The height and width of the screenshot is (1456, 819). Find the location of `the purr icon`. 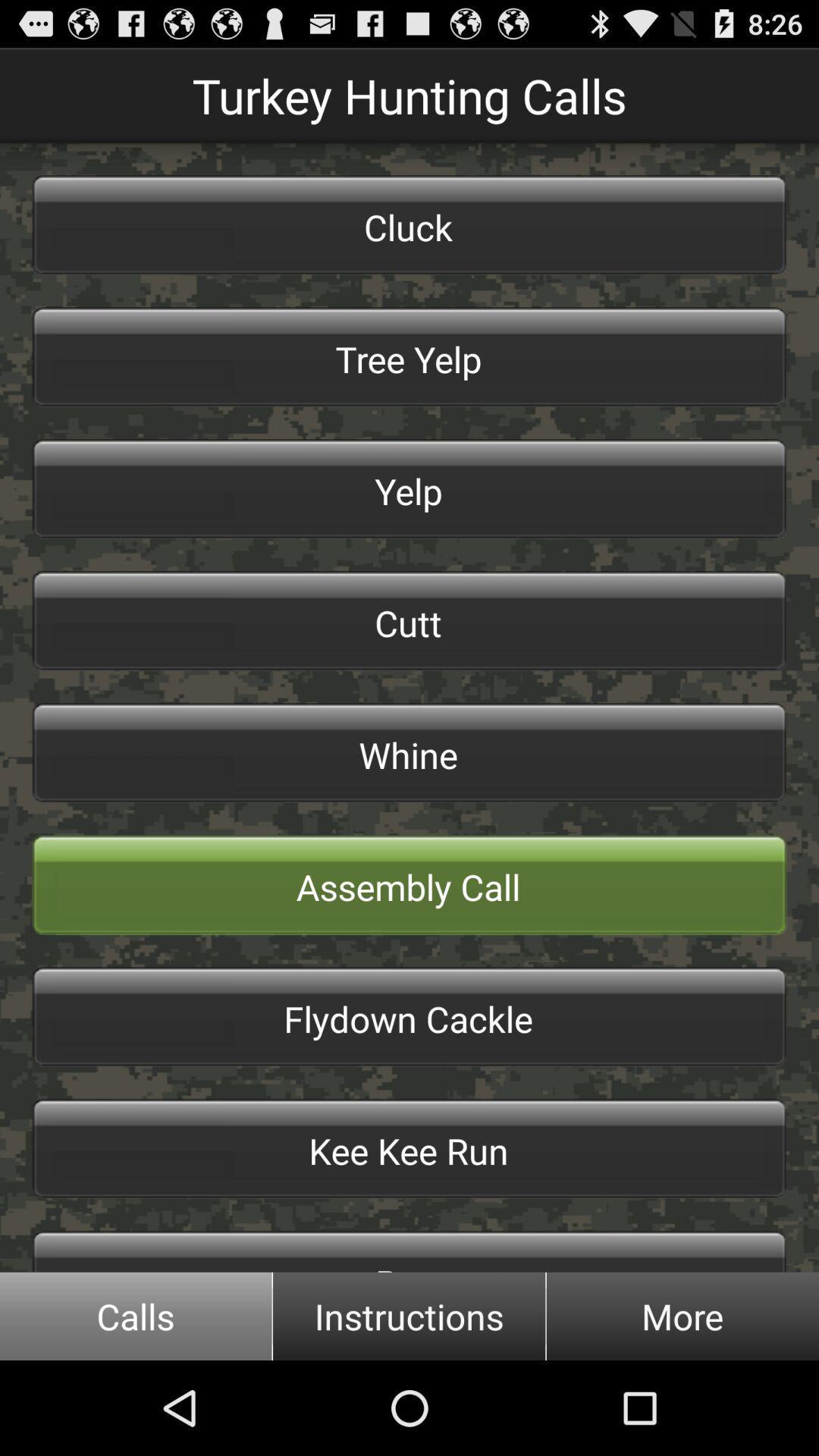

the purr icon is located at coordinates (409, 1251).